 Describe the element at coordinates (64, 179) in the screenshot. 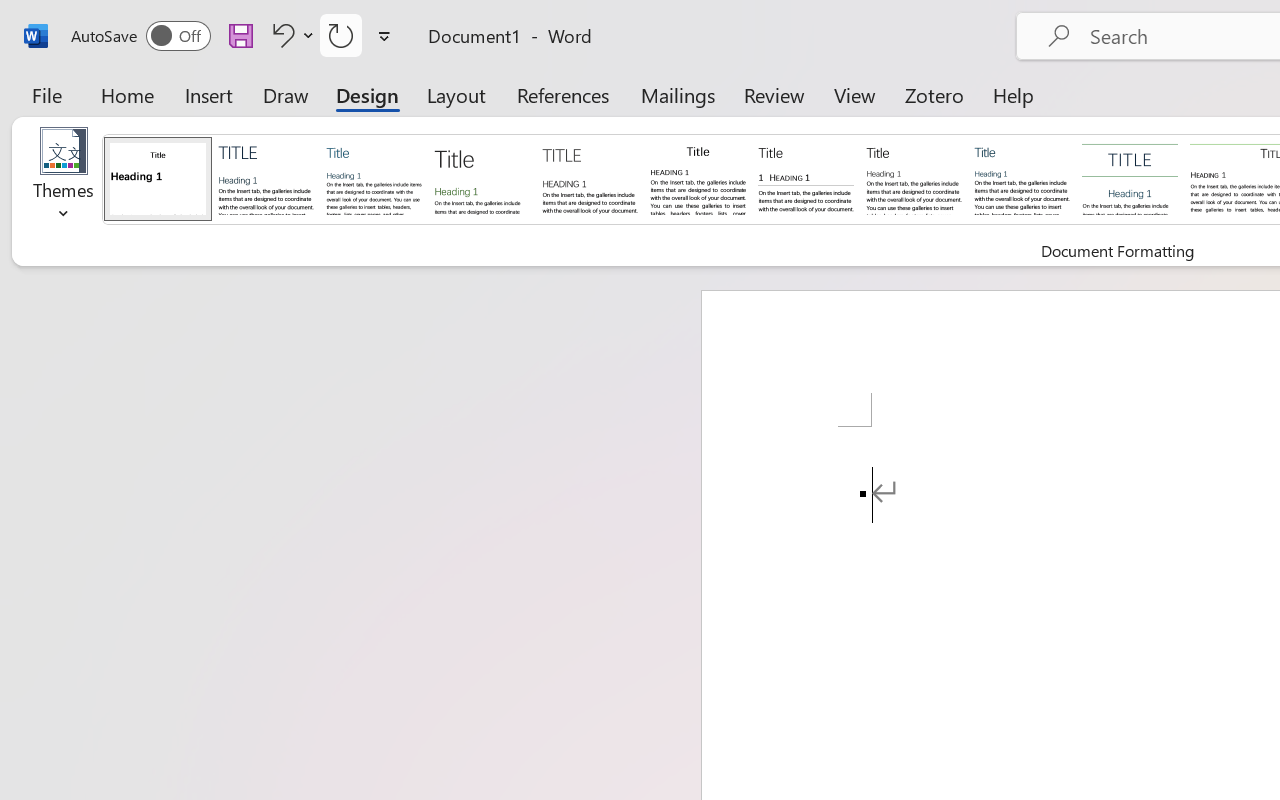

I see `'Themes'` at that location.